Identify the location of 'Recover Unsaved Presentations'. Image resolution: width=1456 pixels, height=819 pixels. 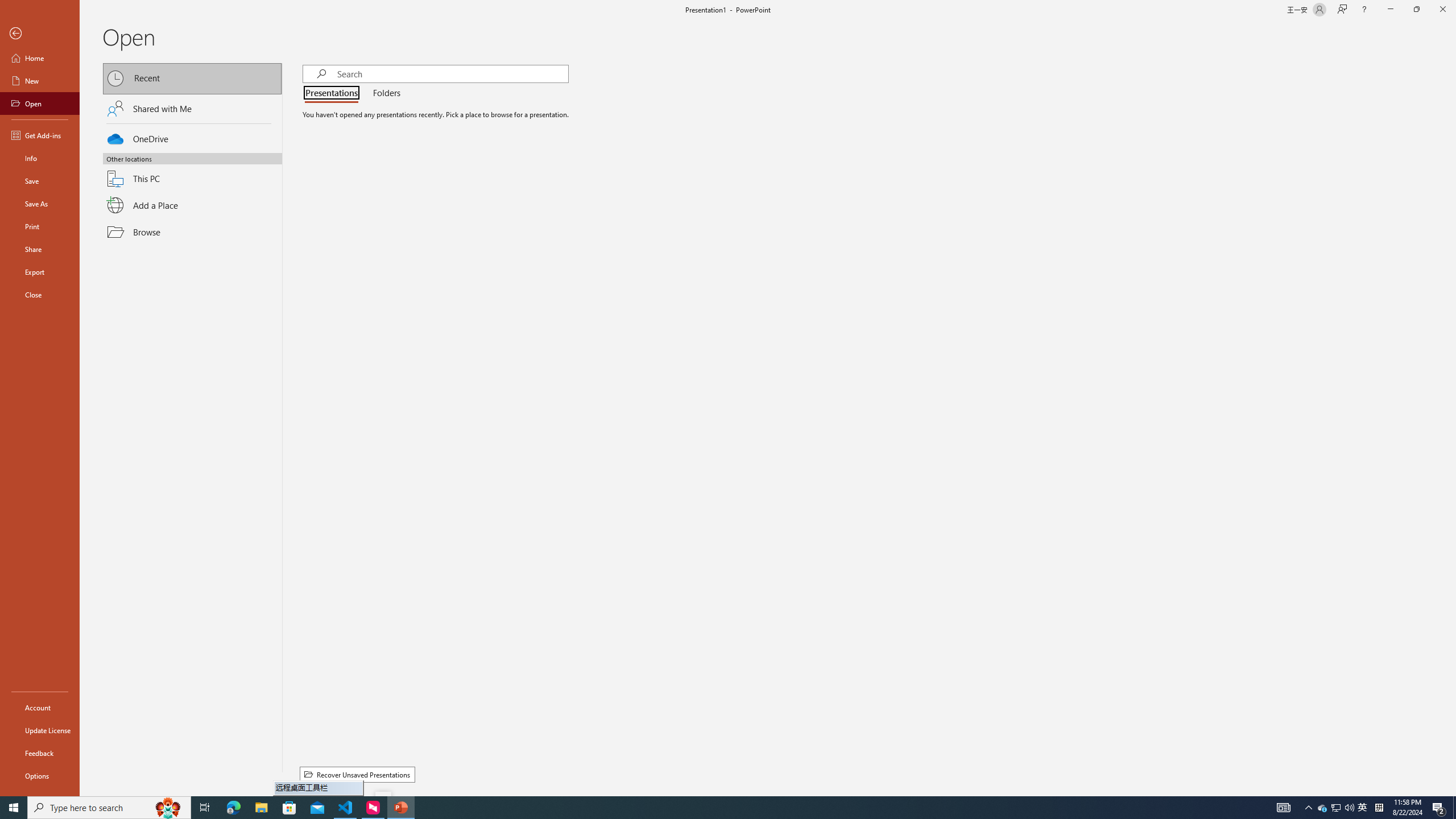
(357, 775).